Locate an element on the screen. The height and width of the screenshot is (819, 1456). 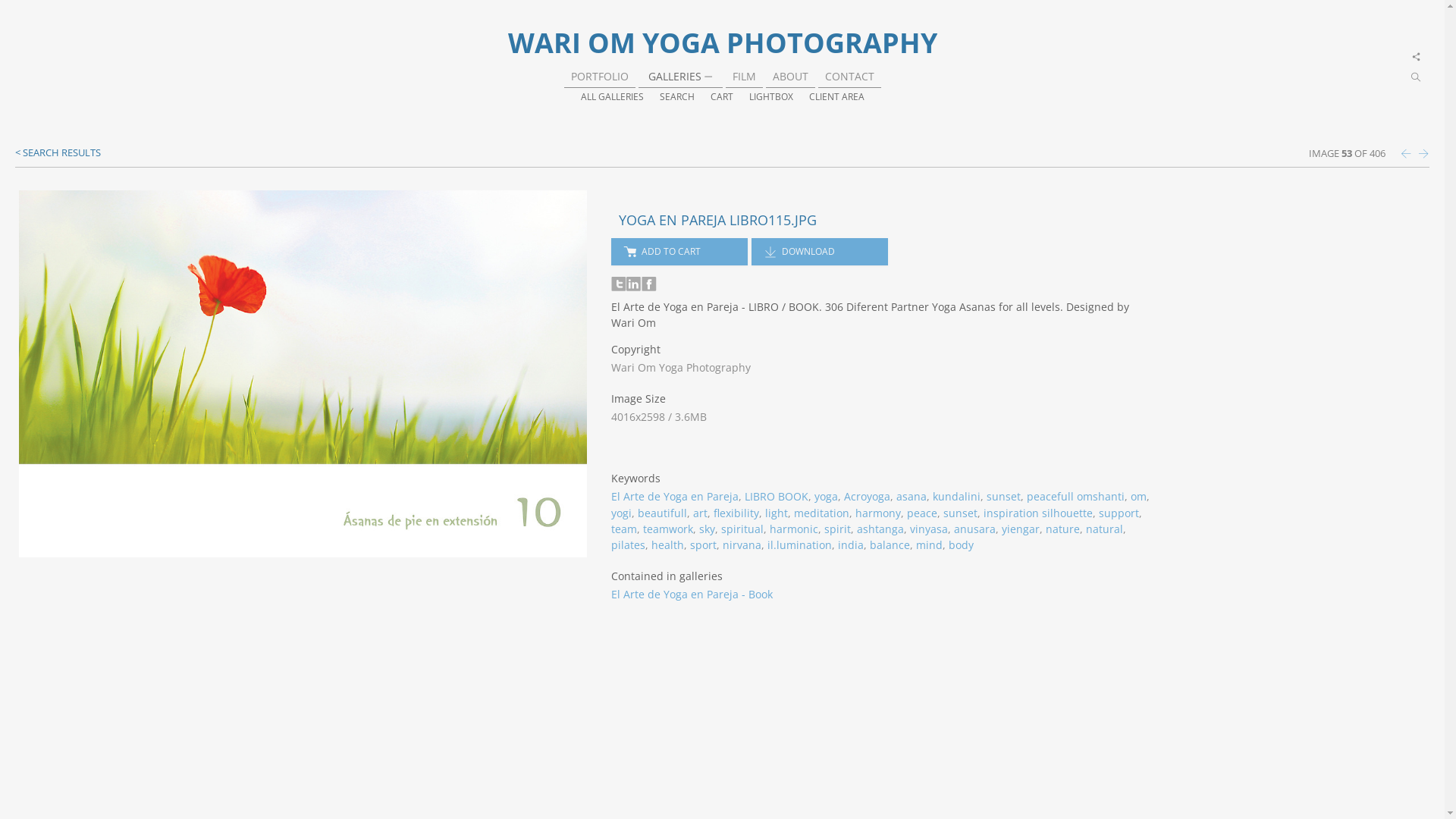
'ADD TO CART' is located at coordinates (679, 250).